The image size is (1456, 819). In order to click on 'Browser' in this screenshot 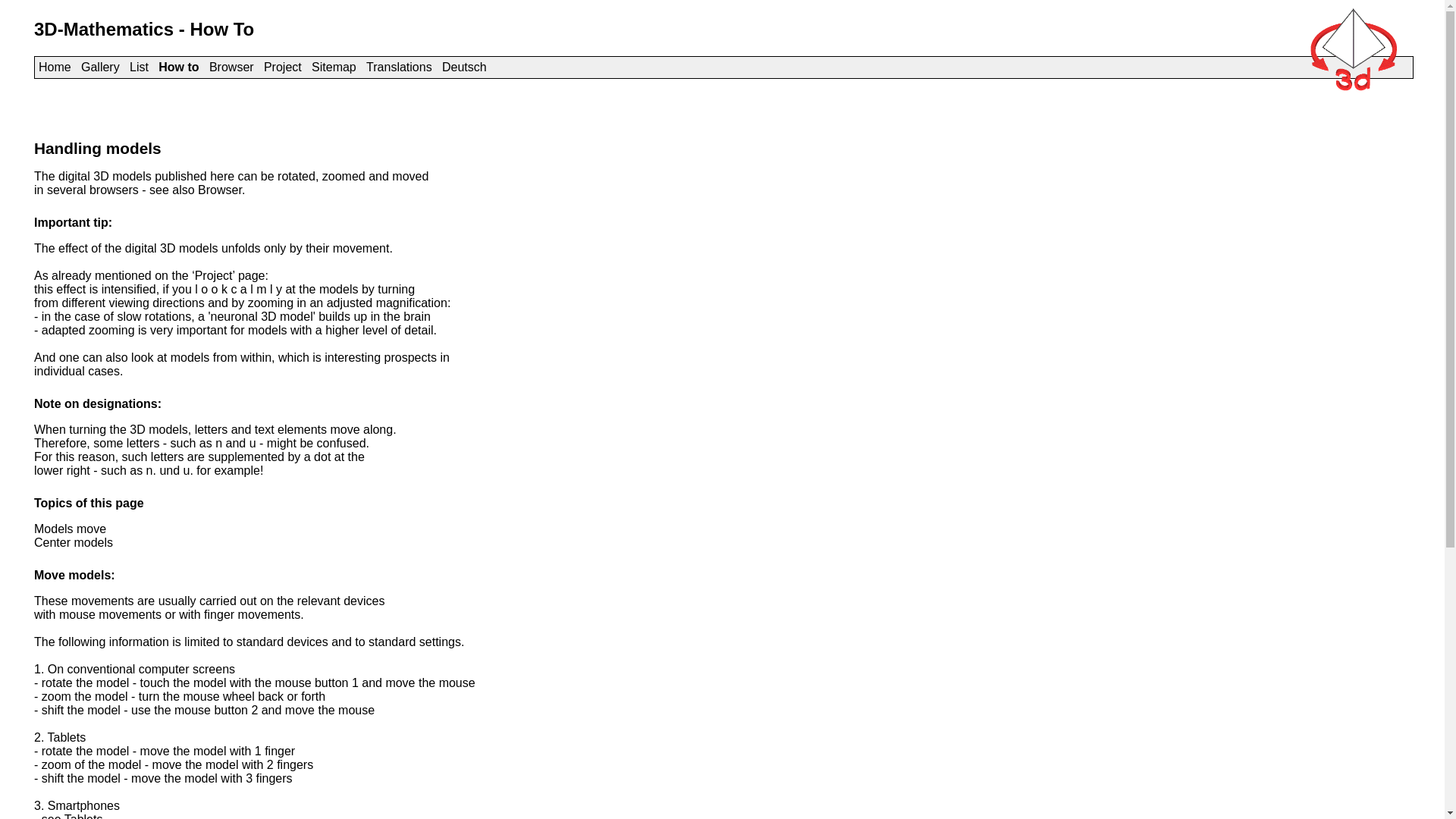, I will do `click(208, 66)`.